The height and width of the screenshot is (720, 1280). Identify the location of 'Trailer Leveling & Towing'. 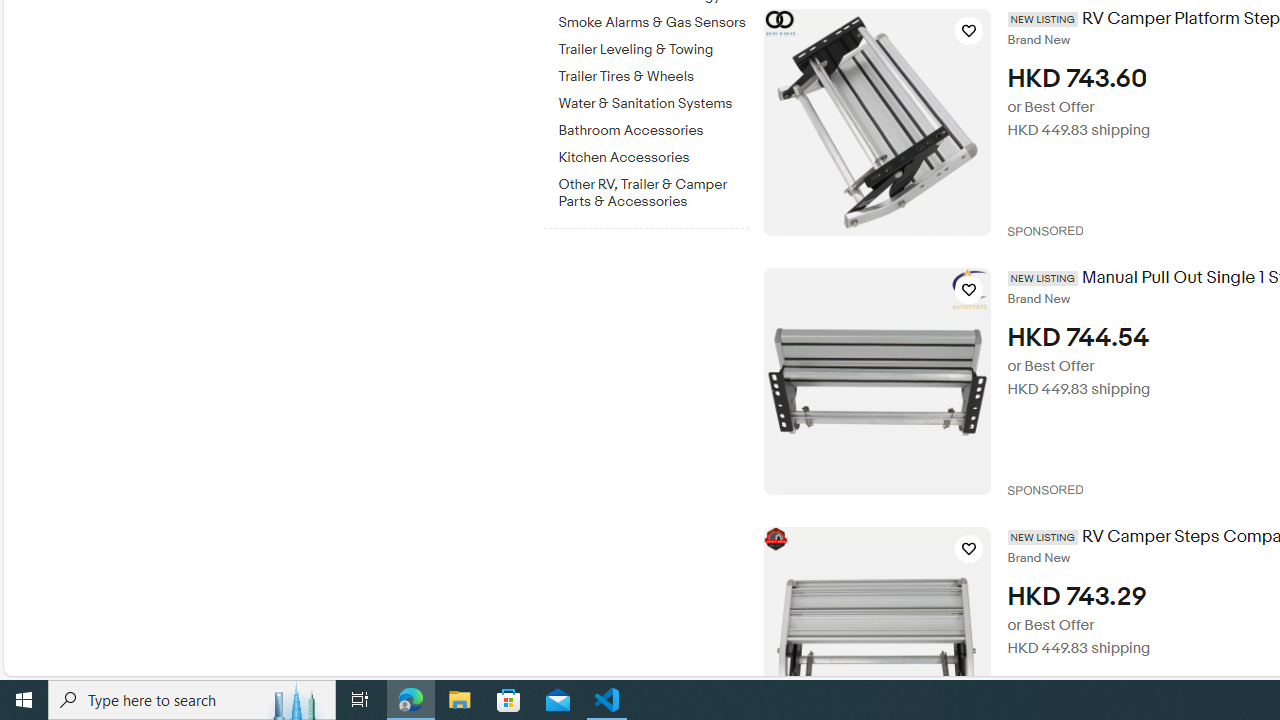
(653, 45).